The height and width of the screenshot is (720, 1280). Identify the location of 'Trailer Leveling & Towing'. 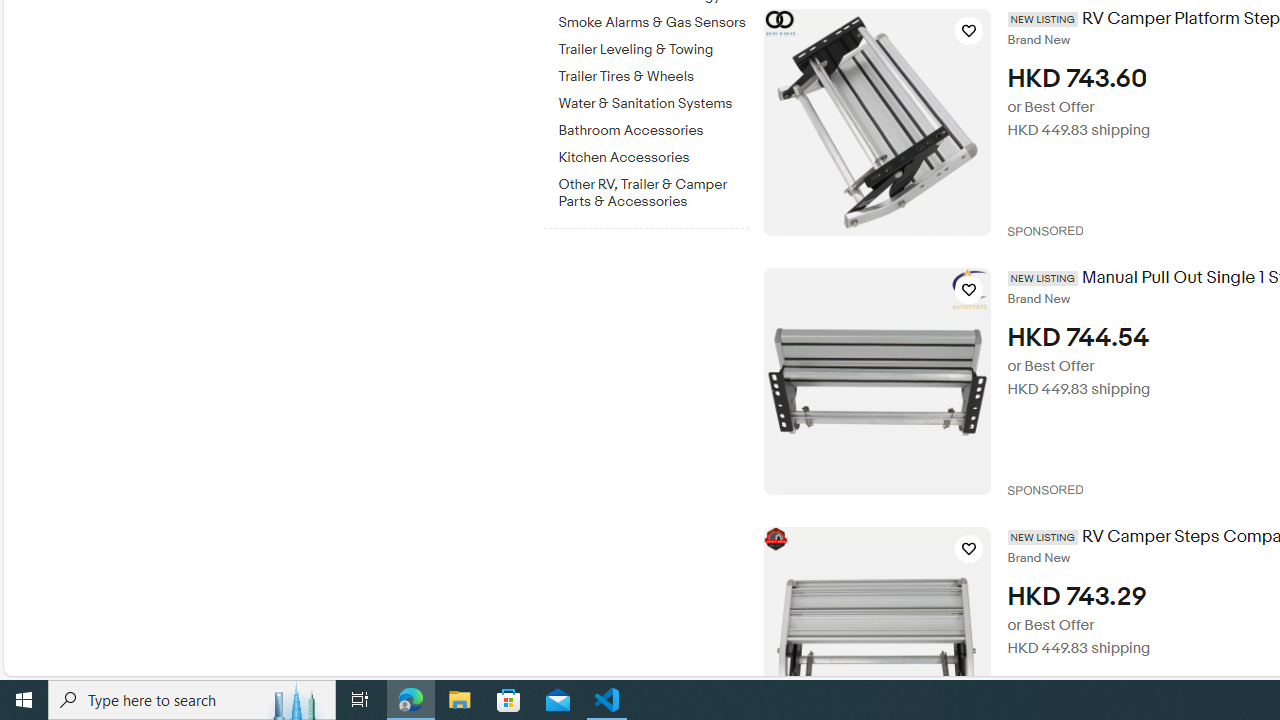
(653, 45).